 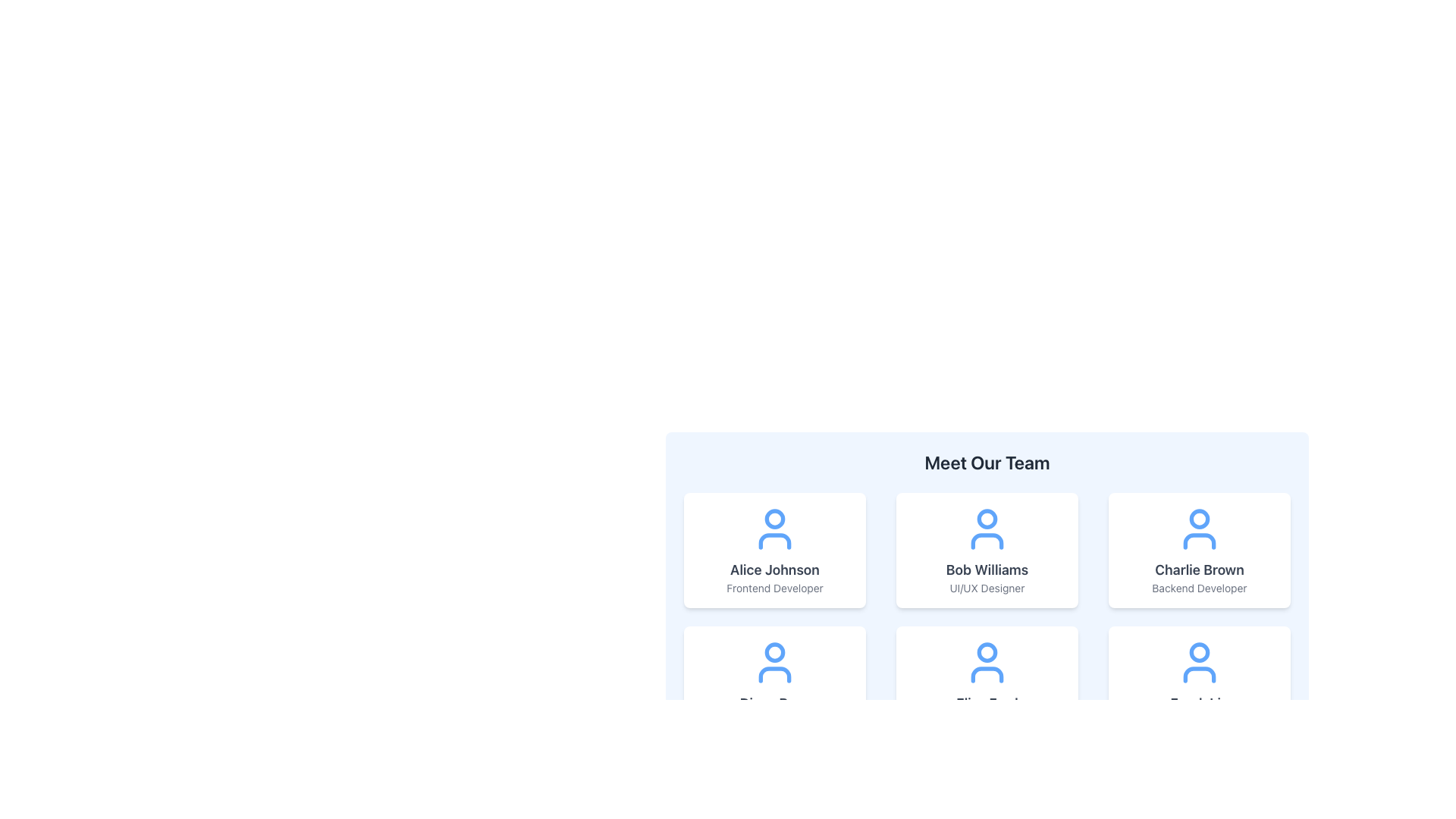 I want to click on names and roles displayed on the second profile card in the grid layout of profile displays, located centrally below the title 'Meet Our Team', so click(x=987, y=617).